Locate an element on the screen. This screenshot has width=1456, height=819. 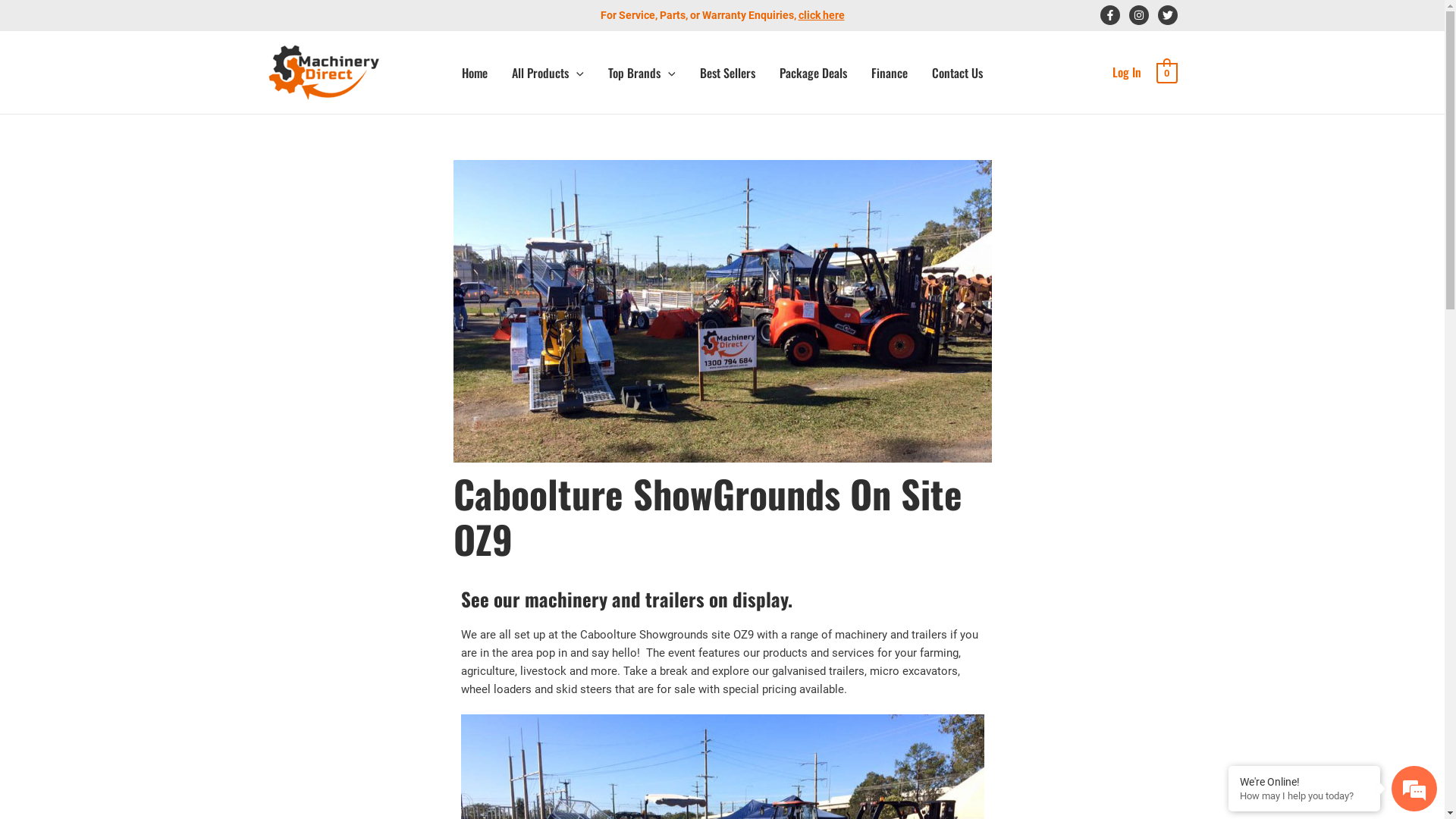
'Package Deals' is located at coordinates (767, 73).